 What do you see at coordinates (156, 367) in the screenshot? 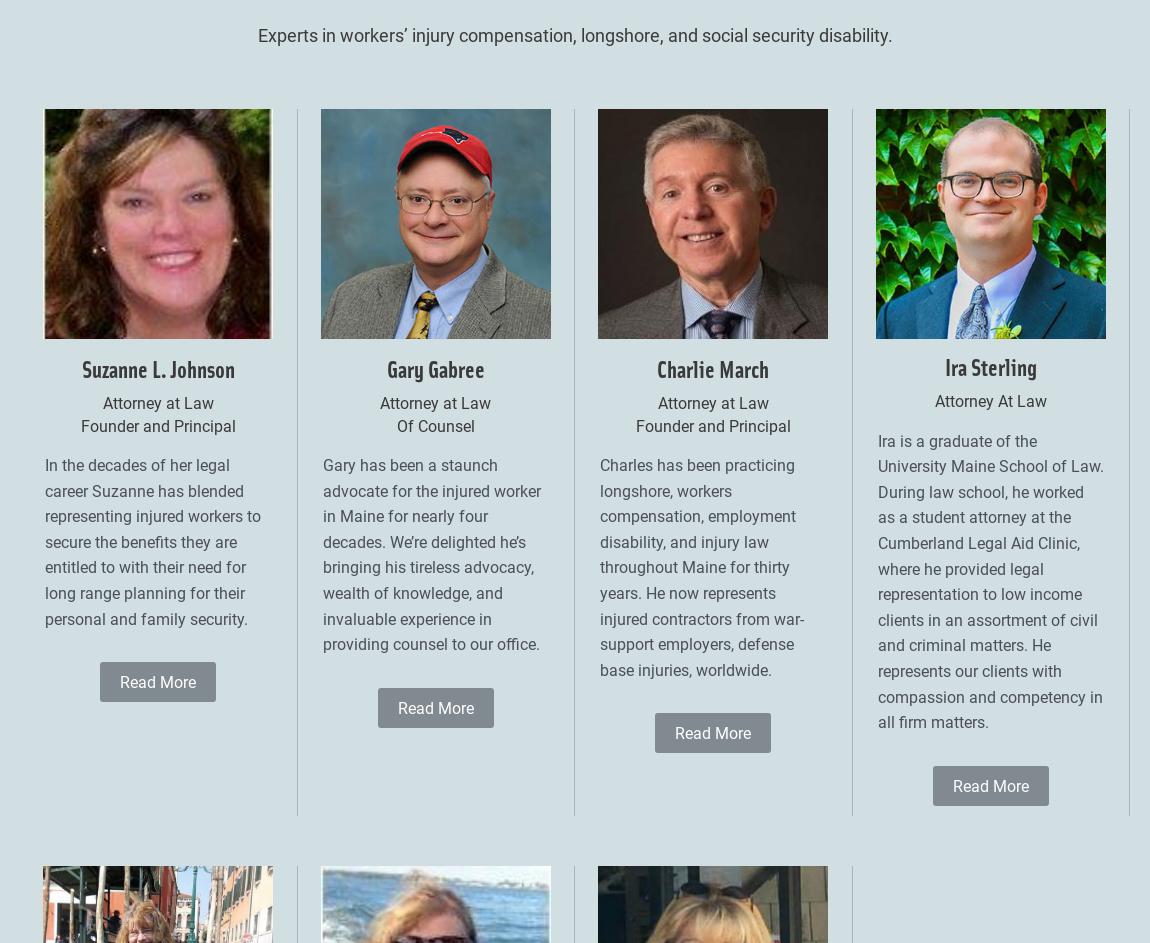
I see `'Suzanne L. Johnson'` at bounding box center [156, 367].